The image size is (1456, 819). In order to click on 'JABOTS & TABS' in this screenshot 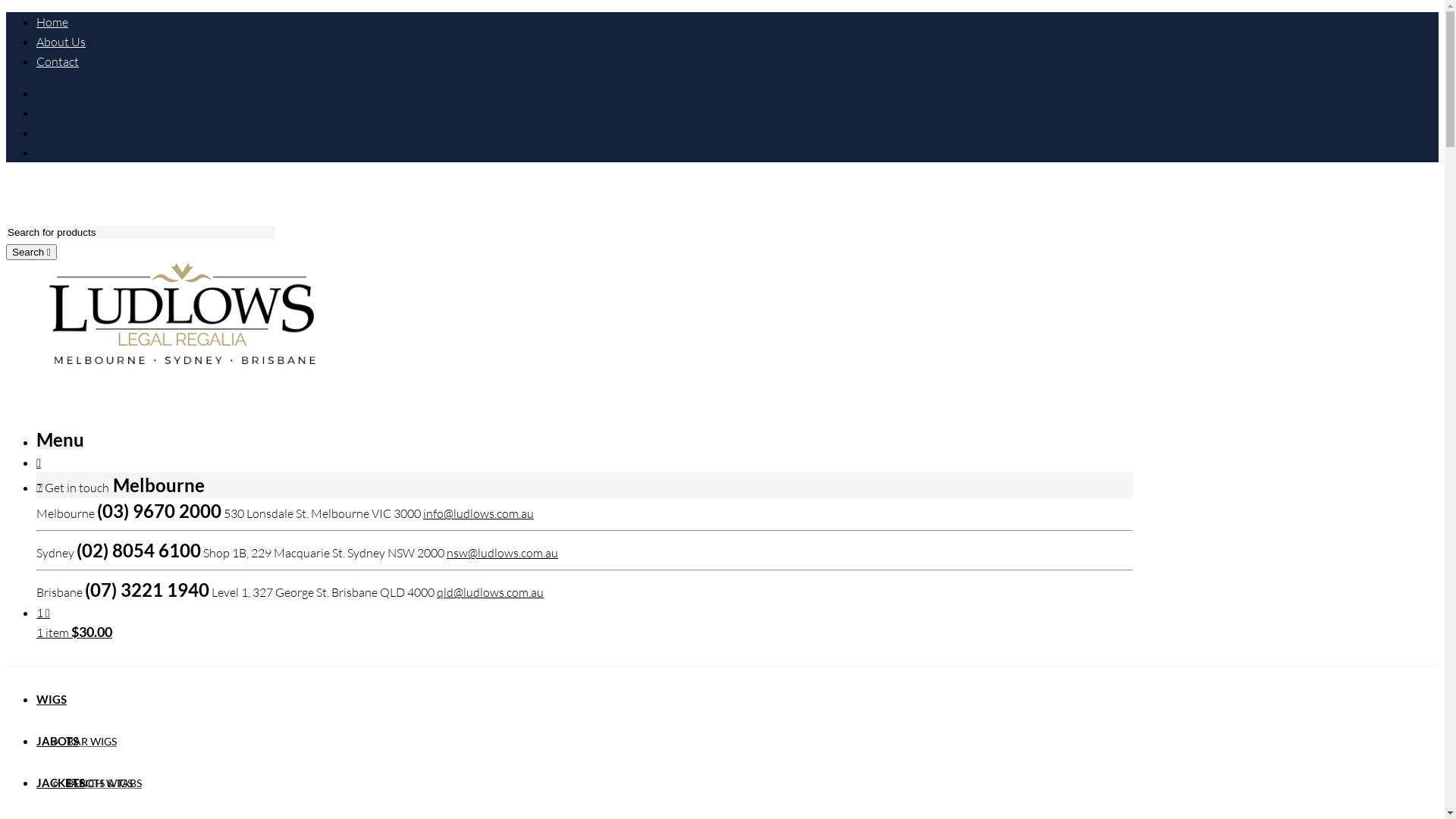, I will do `click(65, 783)`.